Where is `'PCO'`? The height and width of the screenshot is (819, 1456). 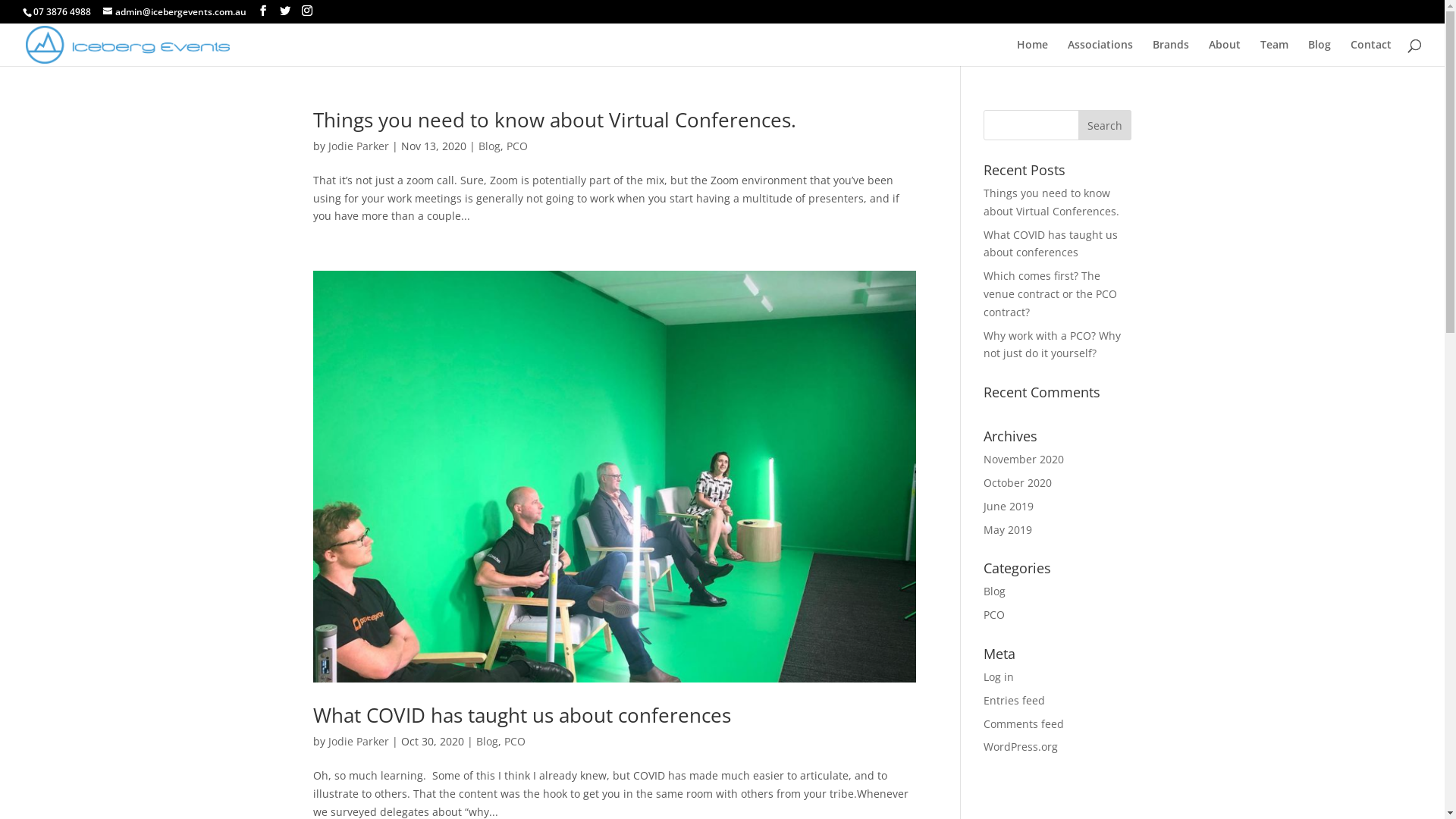
'PCO' is located at coordinates (516, 146).